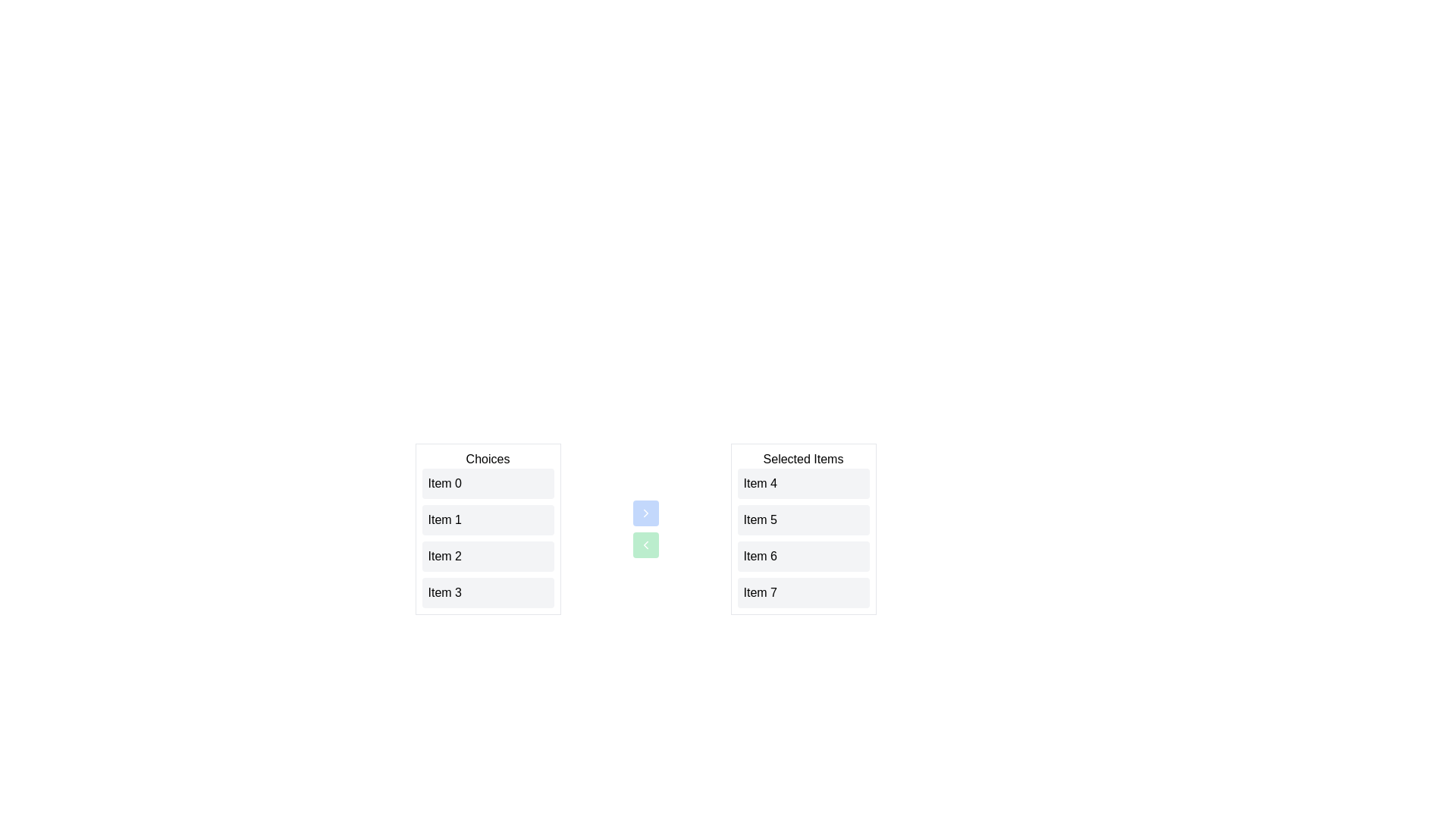  I want to click on the blue button with a right arrow icon, which is part of an interactive group centered between the 'Choices' and 'Selected Items' sections, so click(645, 529).